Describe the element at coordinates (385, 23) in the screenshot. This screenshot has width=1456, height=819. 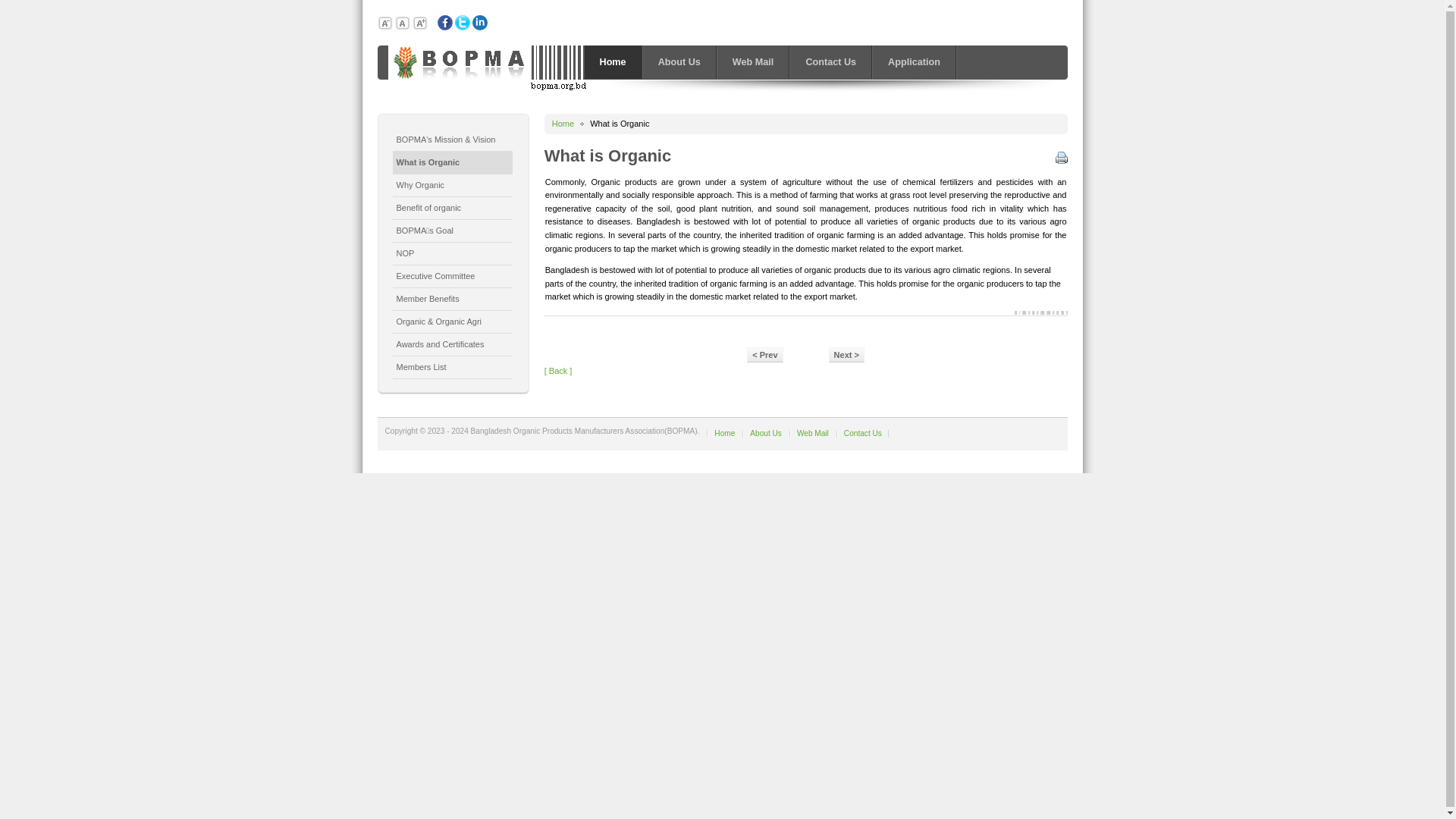
I see `'Decrease font size'` at that location.